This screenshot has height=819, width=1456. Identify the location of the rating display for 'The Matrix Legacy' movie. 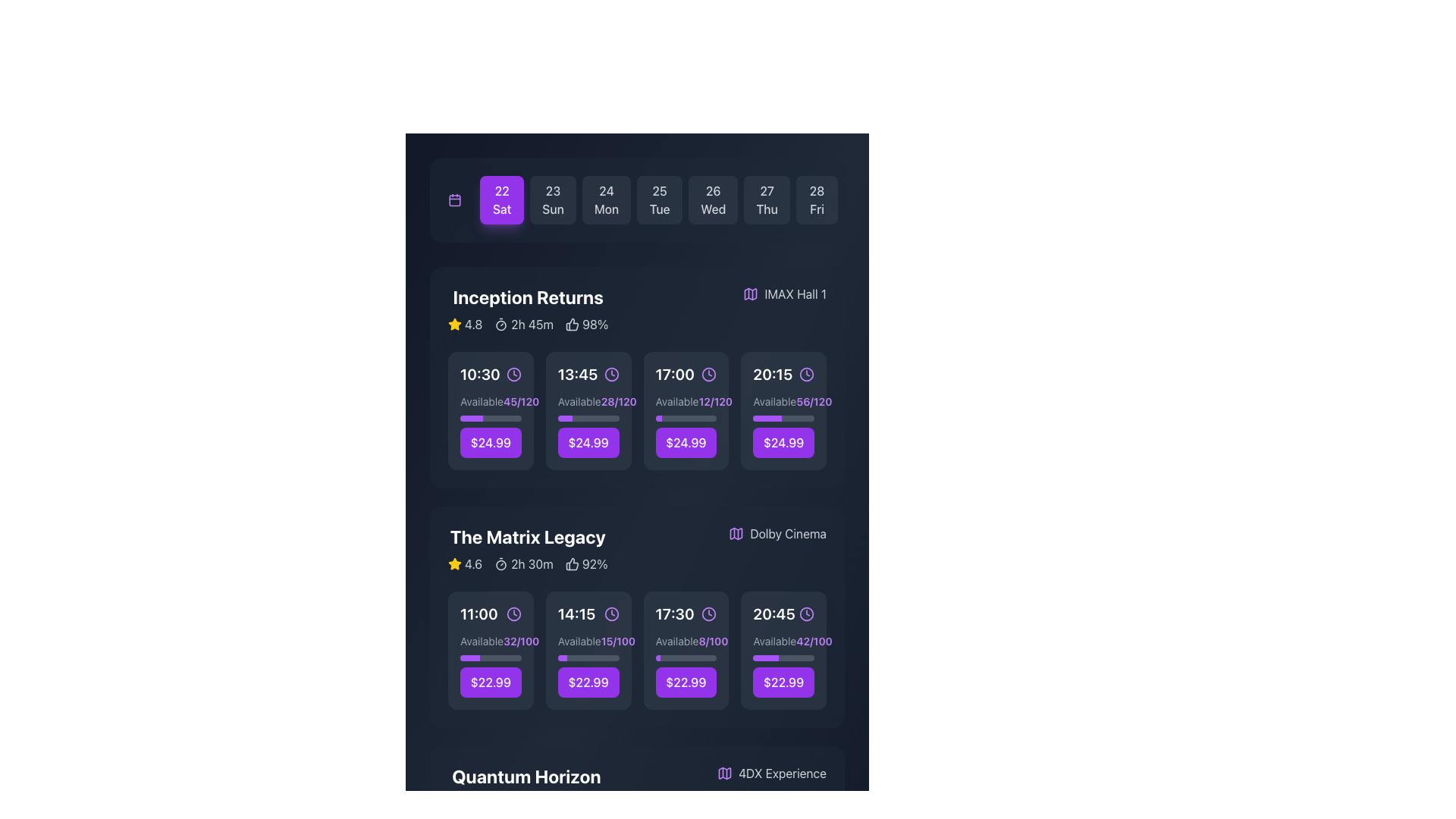
(464, 564).